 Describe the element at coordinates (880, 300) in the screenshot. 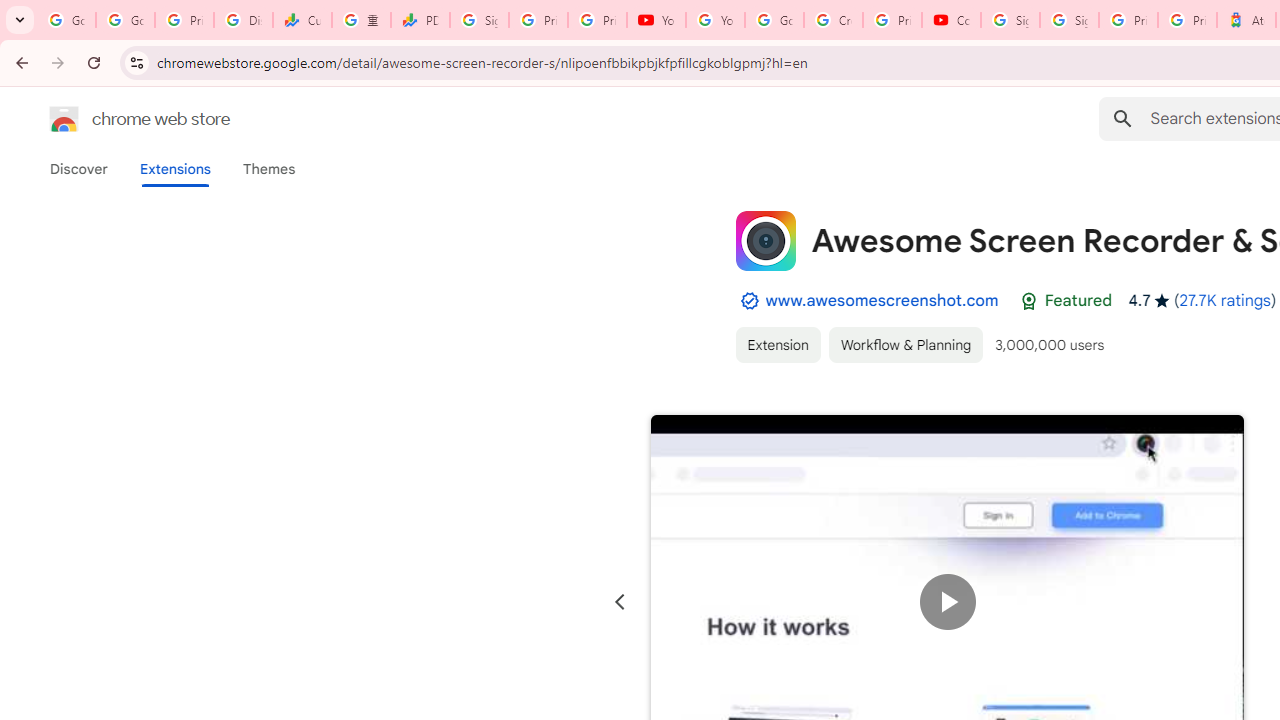

I see `'www.awesomescreenshot.com'` at that location.